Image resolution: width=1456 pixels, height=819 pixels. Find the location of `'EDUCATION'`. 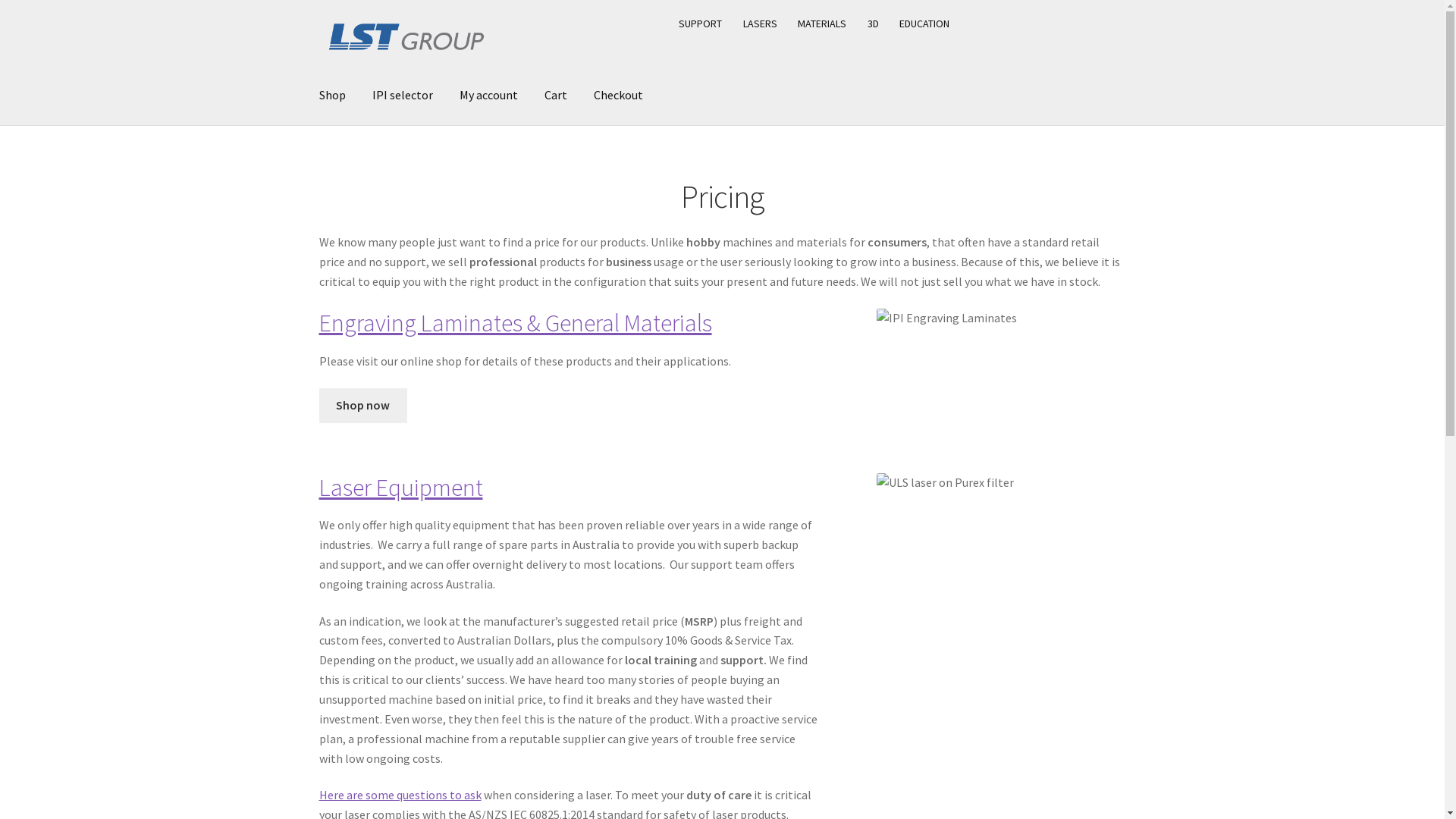

'EDUCATION' is located at coordinates (924, 23).